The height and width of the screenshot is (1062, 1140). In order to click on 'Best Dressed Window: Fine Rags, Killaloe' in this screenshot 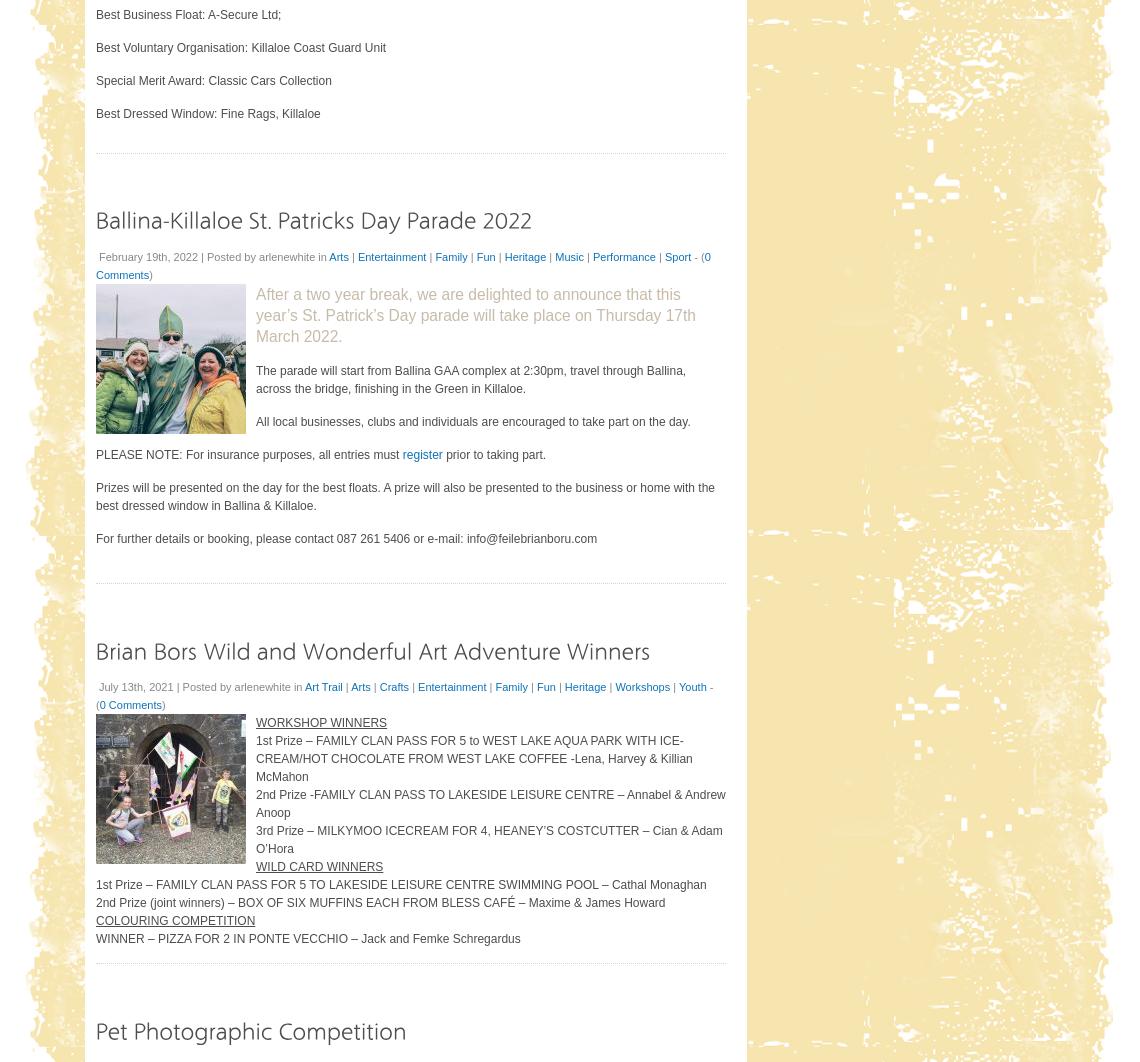, I will do `click(94, 112)`.